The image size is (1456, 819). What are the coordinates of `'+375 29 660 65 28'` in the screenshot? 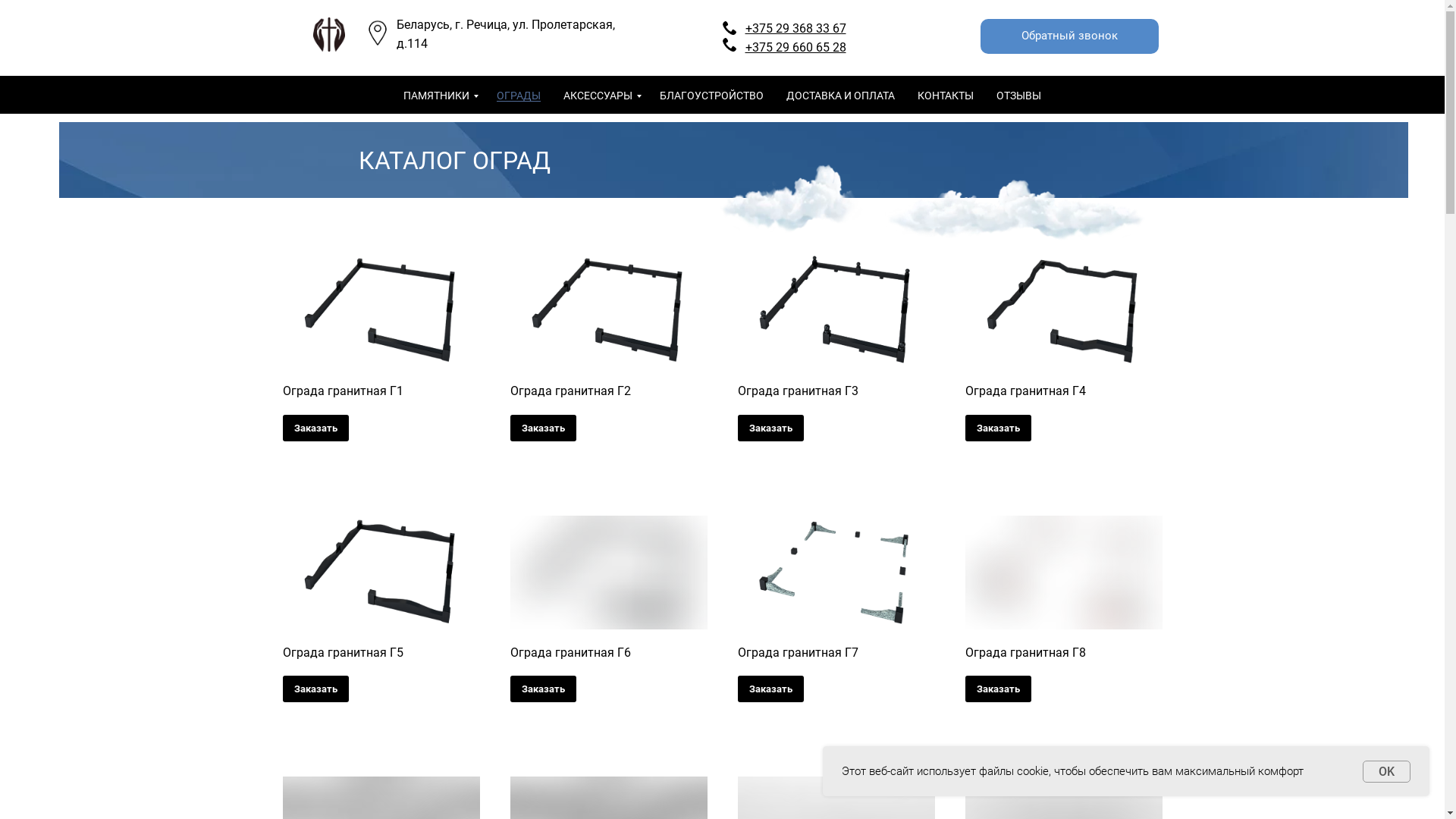 It's located at (794, 46).